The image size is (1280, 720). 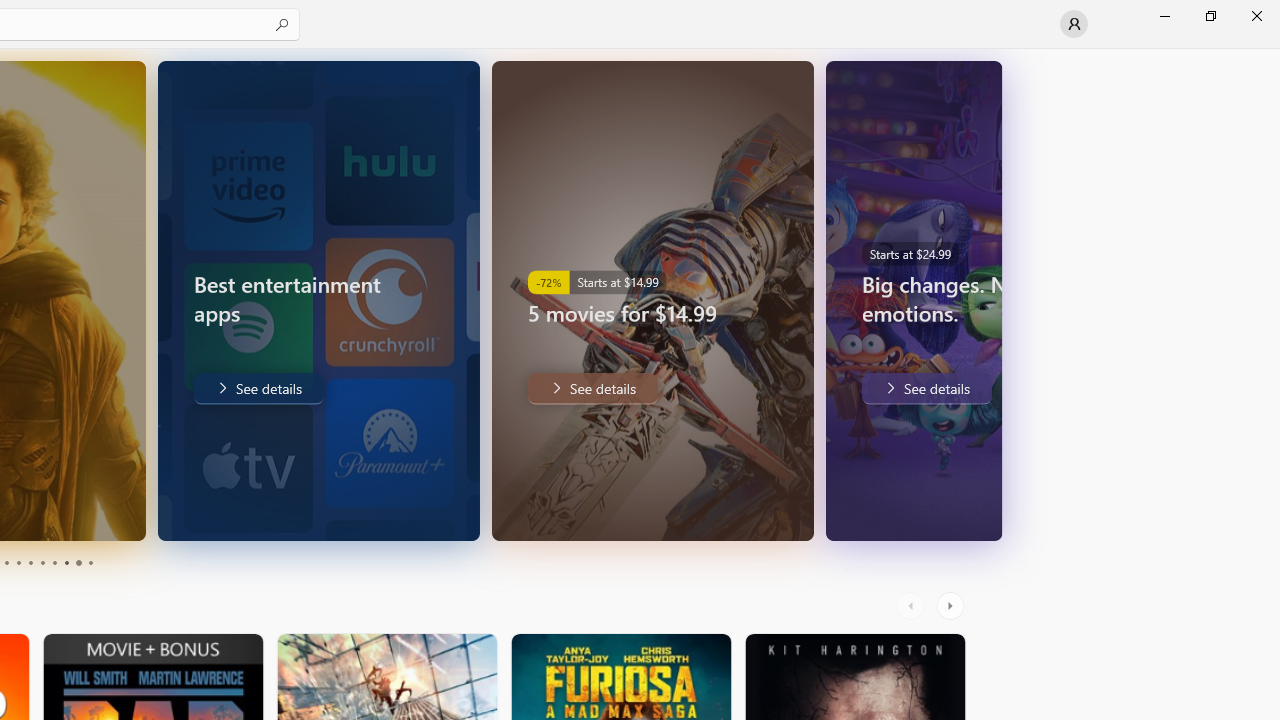 I want to click on 'Page 6', so click(x=42, y=563).